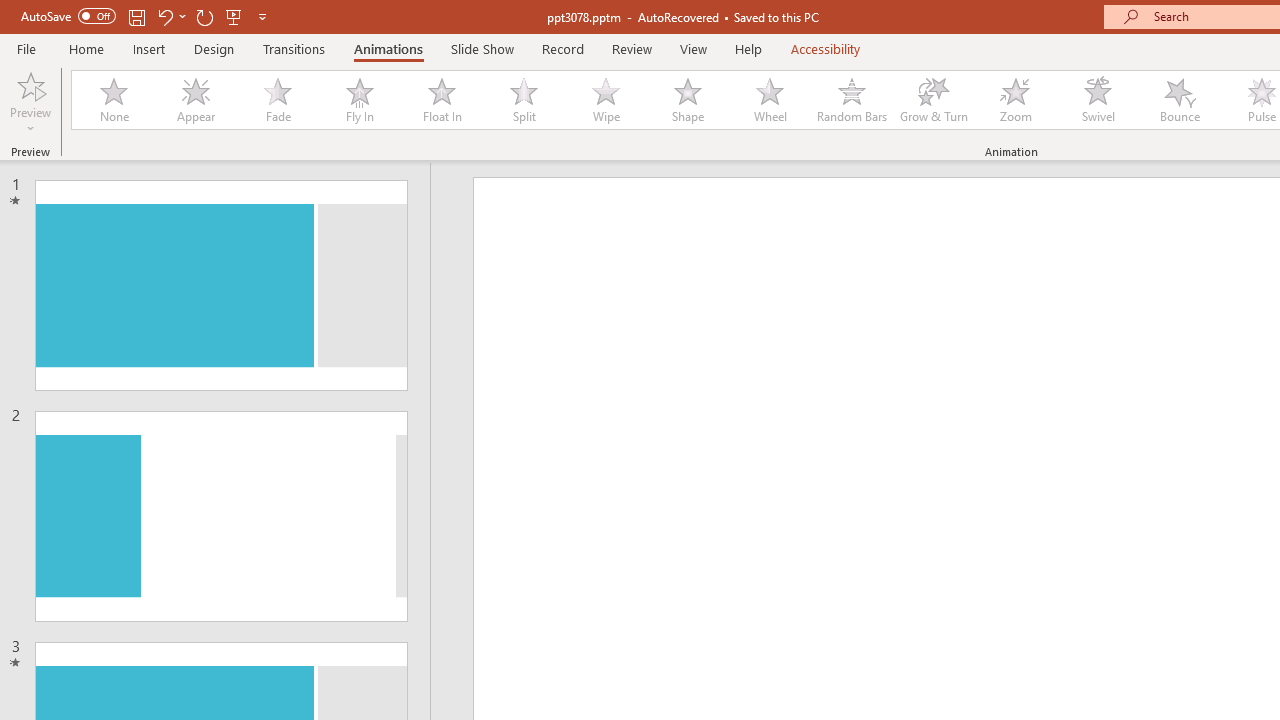 This screenshot has width=1280, height=720. What do you see at coordinates (604, 100) in the screenshot?
I see `'Wipe'` at bounding box center [604, 100].